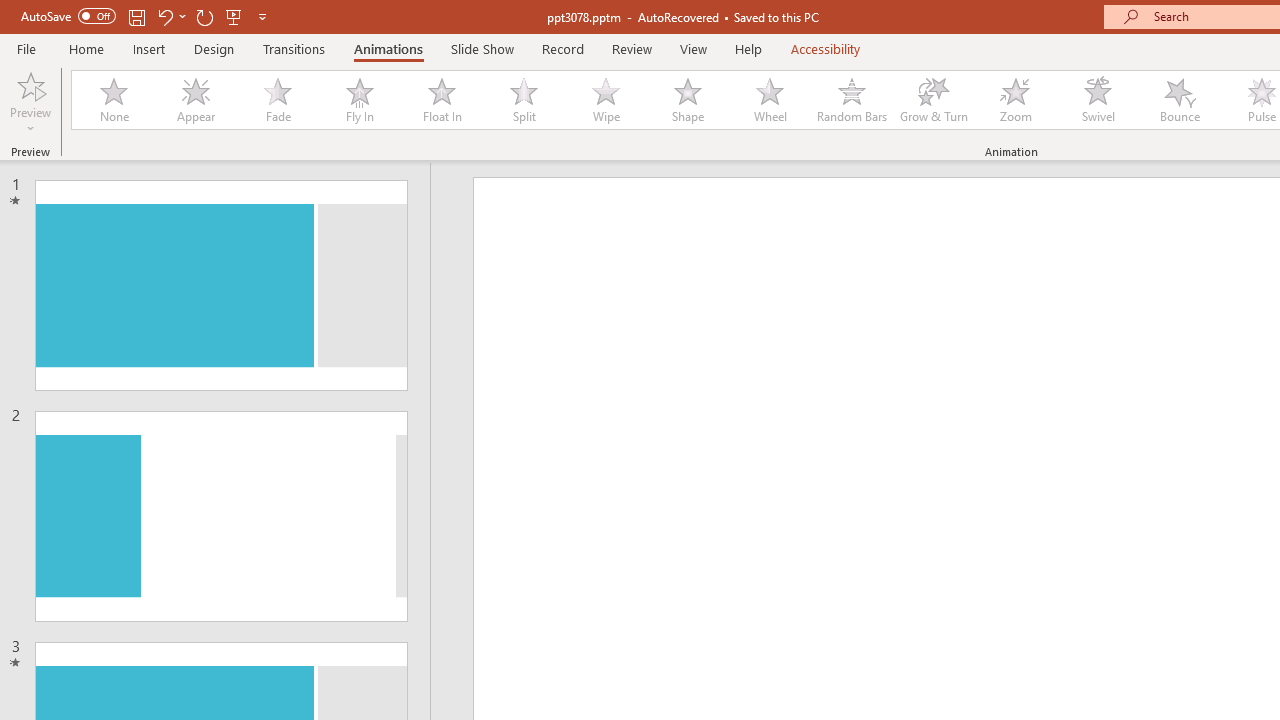 This screenshot has width=1280, height=720. What do you see at coordinates (604, 100) in the screenshot?
I see `'Wipe'` at bounding box center [604, 100].